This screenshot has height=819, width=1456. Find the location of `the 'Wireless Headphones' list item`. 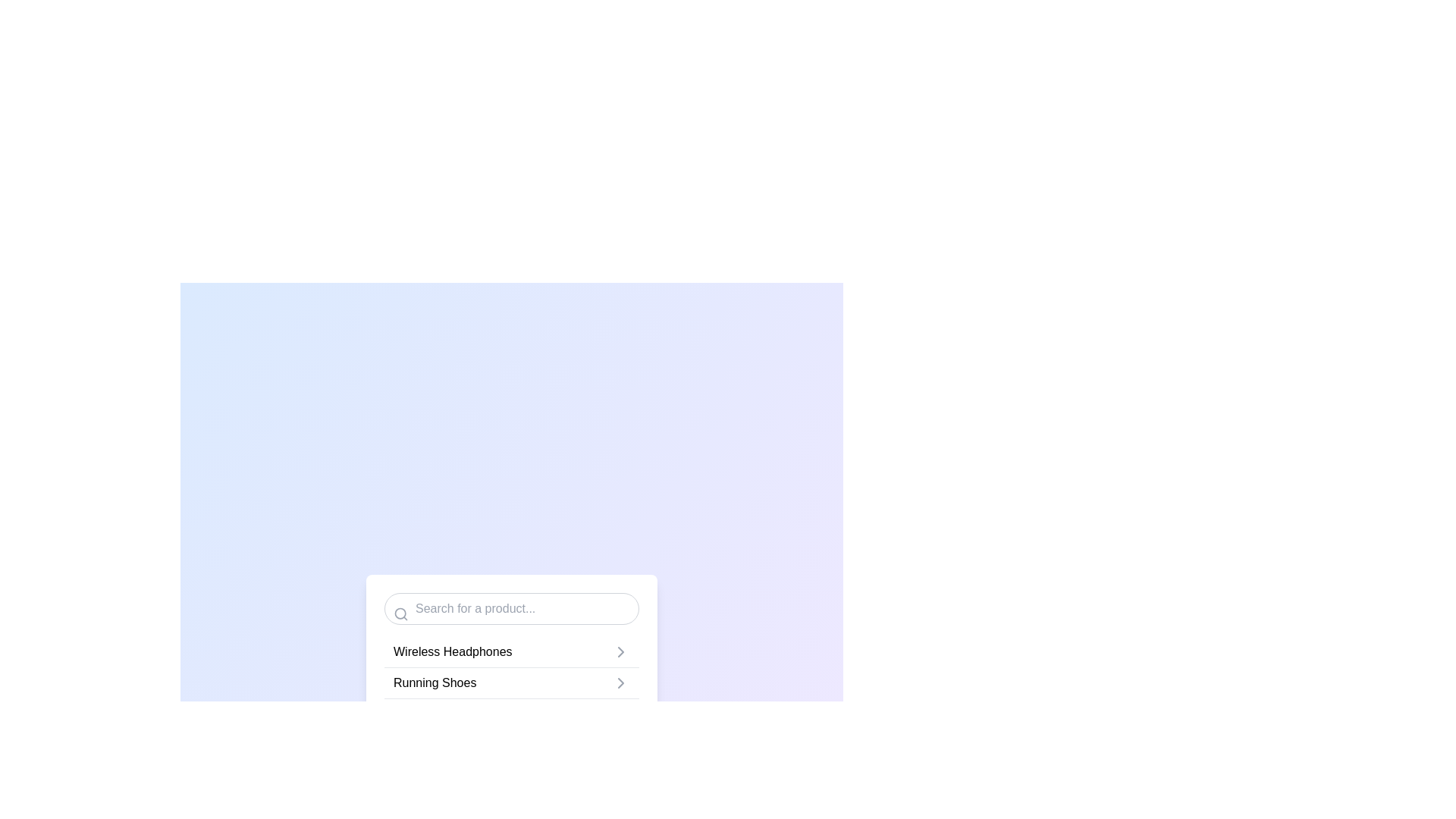

the 'Wireless Headphones' list item is located at coordinates (512, 651).